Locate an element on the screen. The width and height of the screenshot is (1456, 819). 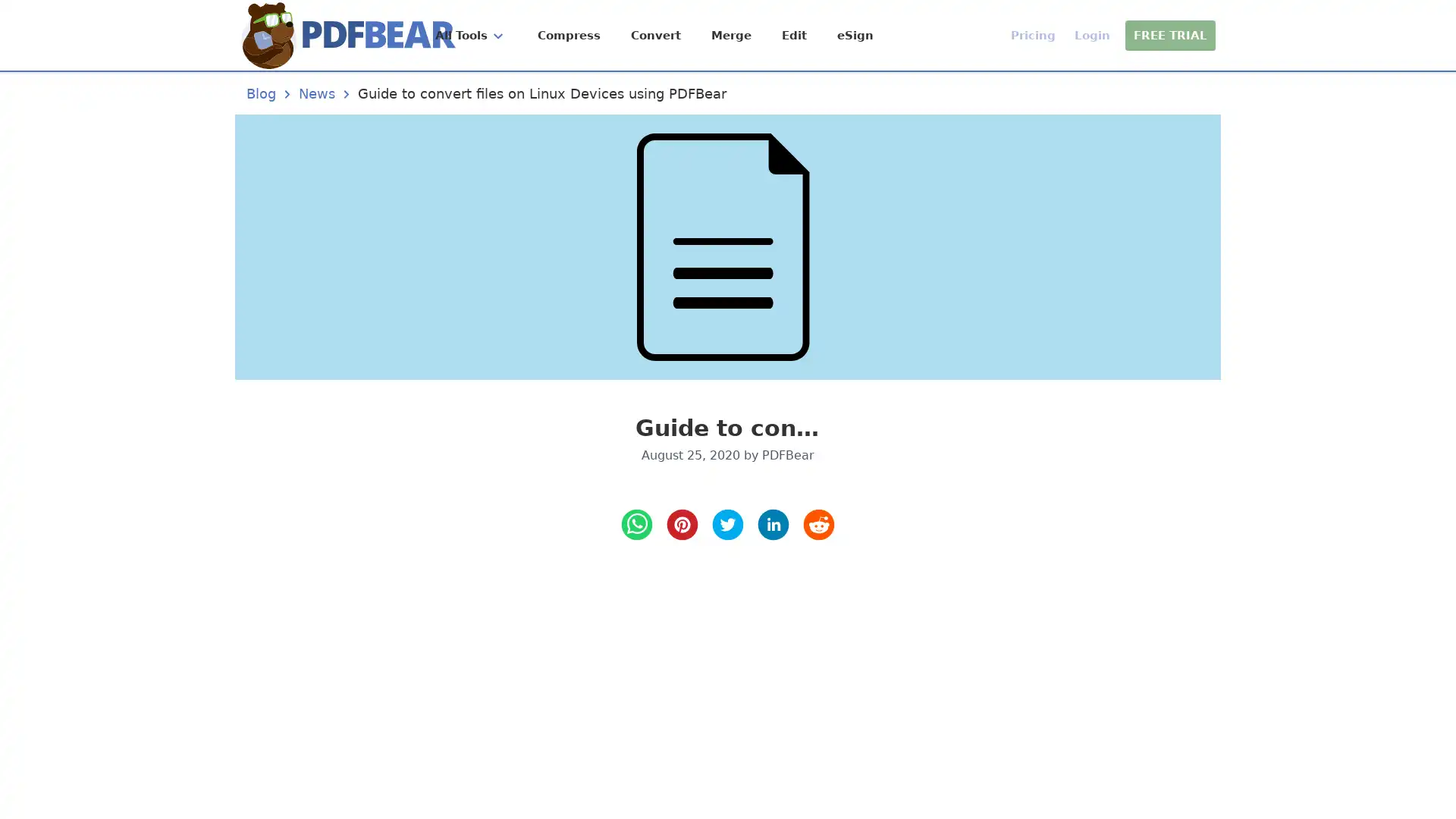
All Tools is located at coordinates (467, 34).